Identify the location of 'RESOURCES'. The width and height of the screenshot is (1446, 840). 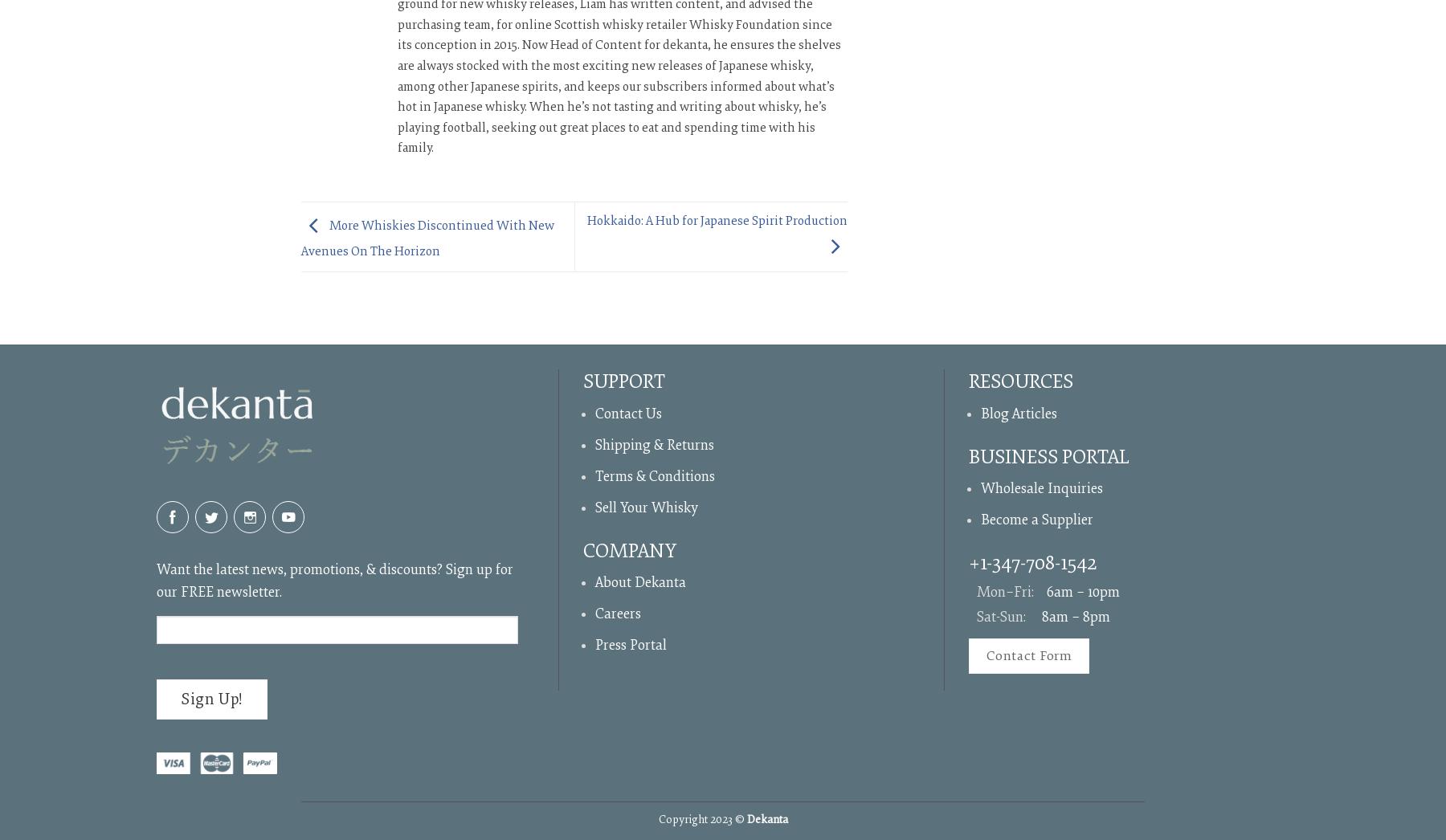
(1020, 381).